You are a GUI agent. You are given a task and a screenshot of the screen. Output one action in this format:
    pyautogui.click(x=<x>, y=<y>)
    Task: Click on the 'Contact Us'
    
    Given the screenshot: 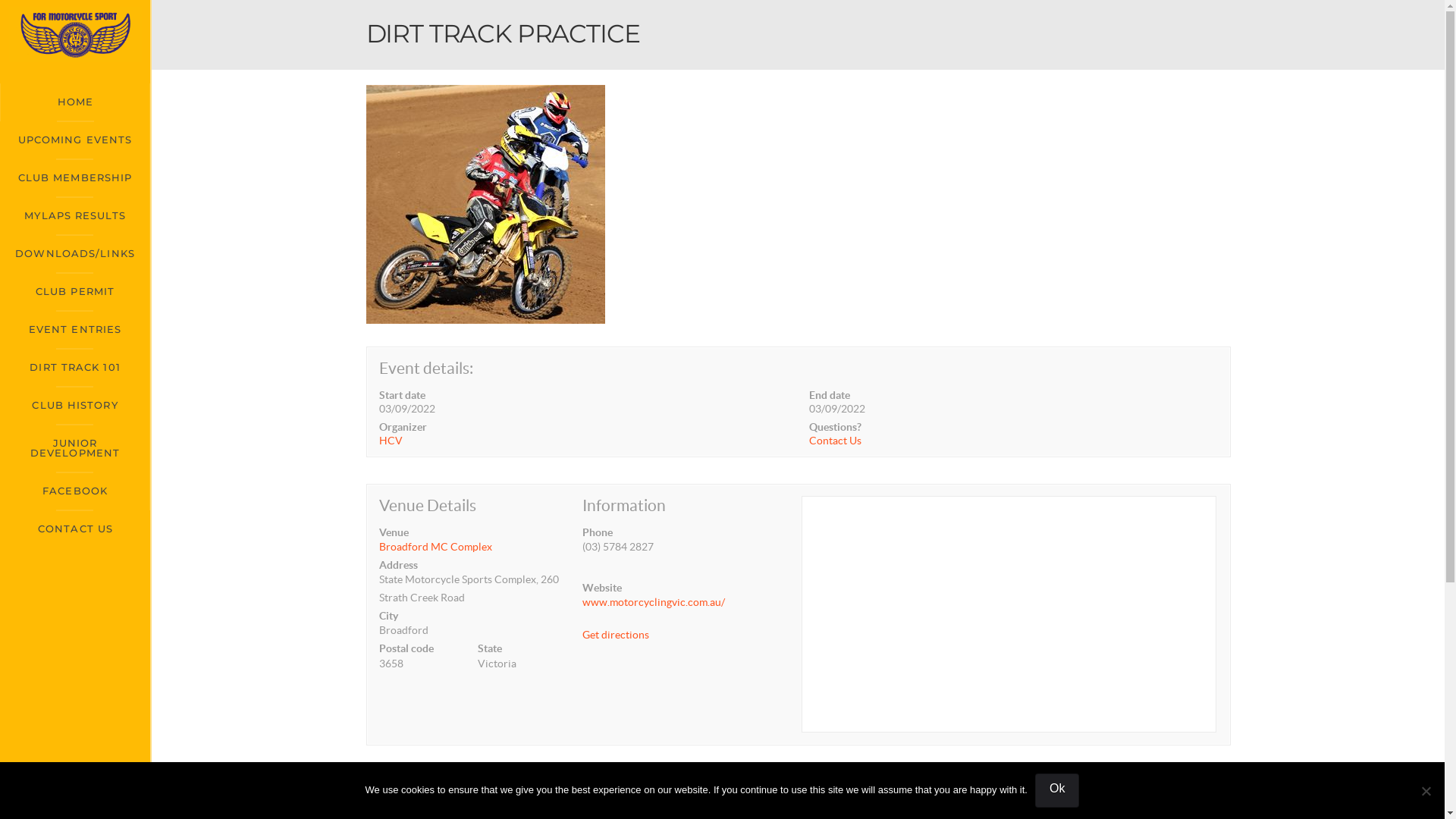 What is the action you would take?
    pyautogui.click(x=834, y=441)
    